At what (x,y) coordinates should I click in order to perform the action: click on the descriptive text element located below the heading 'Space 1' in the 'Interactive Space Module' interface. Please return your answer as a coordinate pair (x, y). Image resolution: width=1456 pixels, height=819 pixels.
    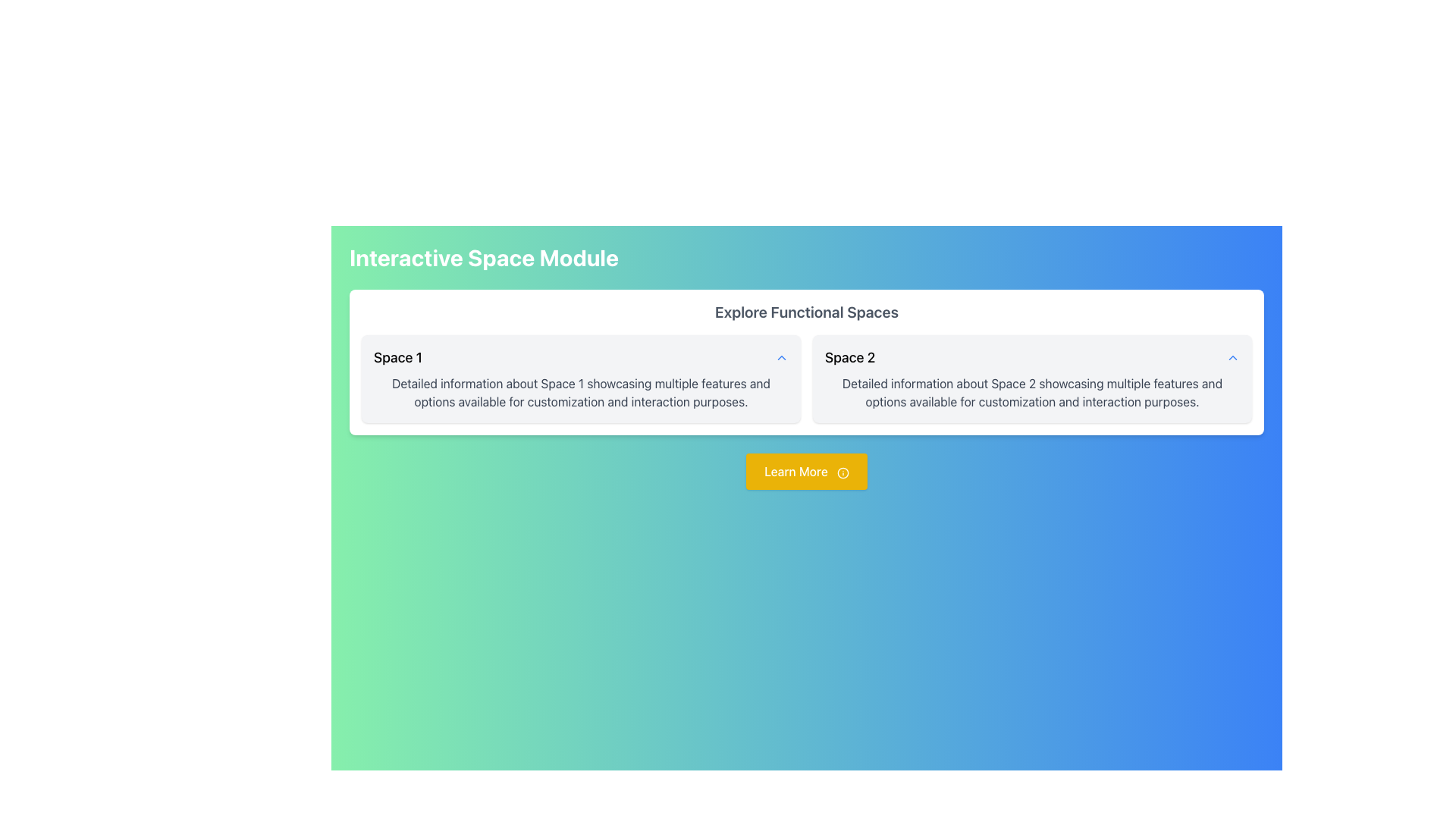
    Looking at the image, I should click on (580, 391).